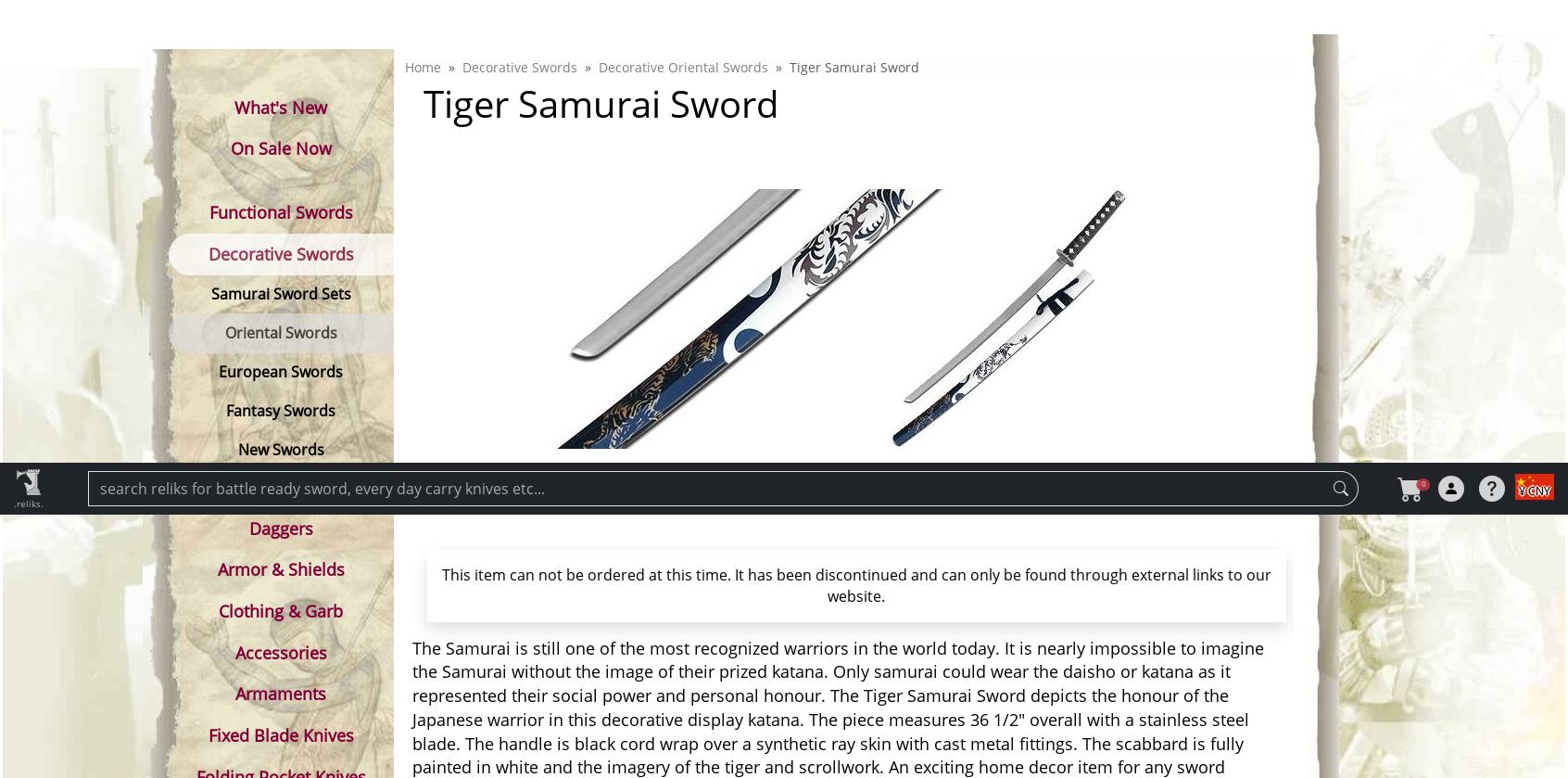  I want to click on 'Photo Gallery', so click(540, 388).